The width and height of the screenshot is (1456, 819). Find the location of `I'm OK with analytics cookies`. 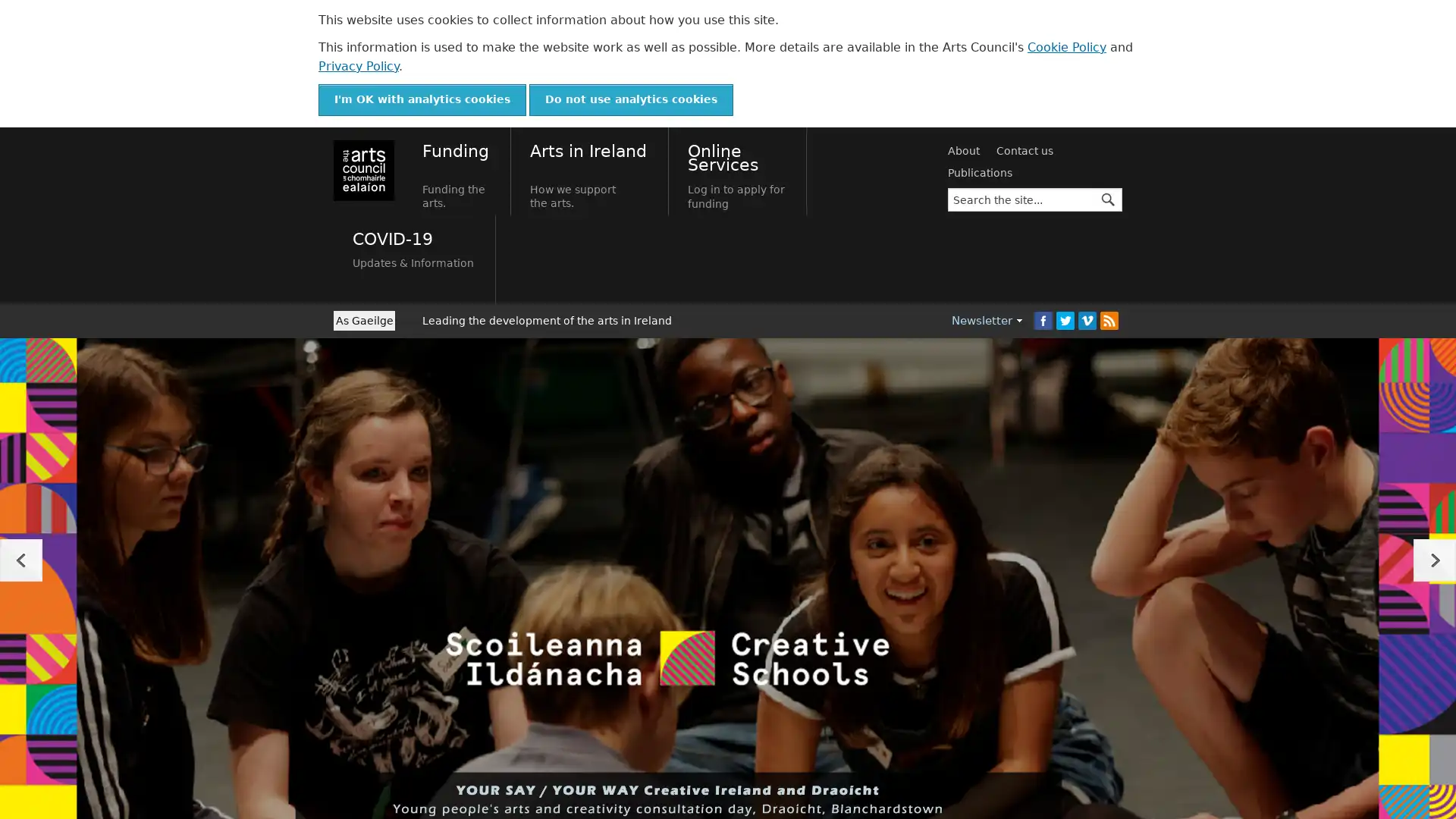

I'm OK with analytics cookies is located at coordinates (422, 99).